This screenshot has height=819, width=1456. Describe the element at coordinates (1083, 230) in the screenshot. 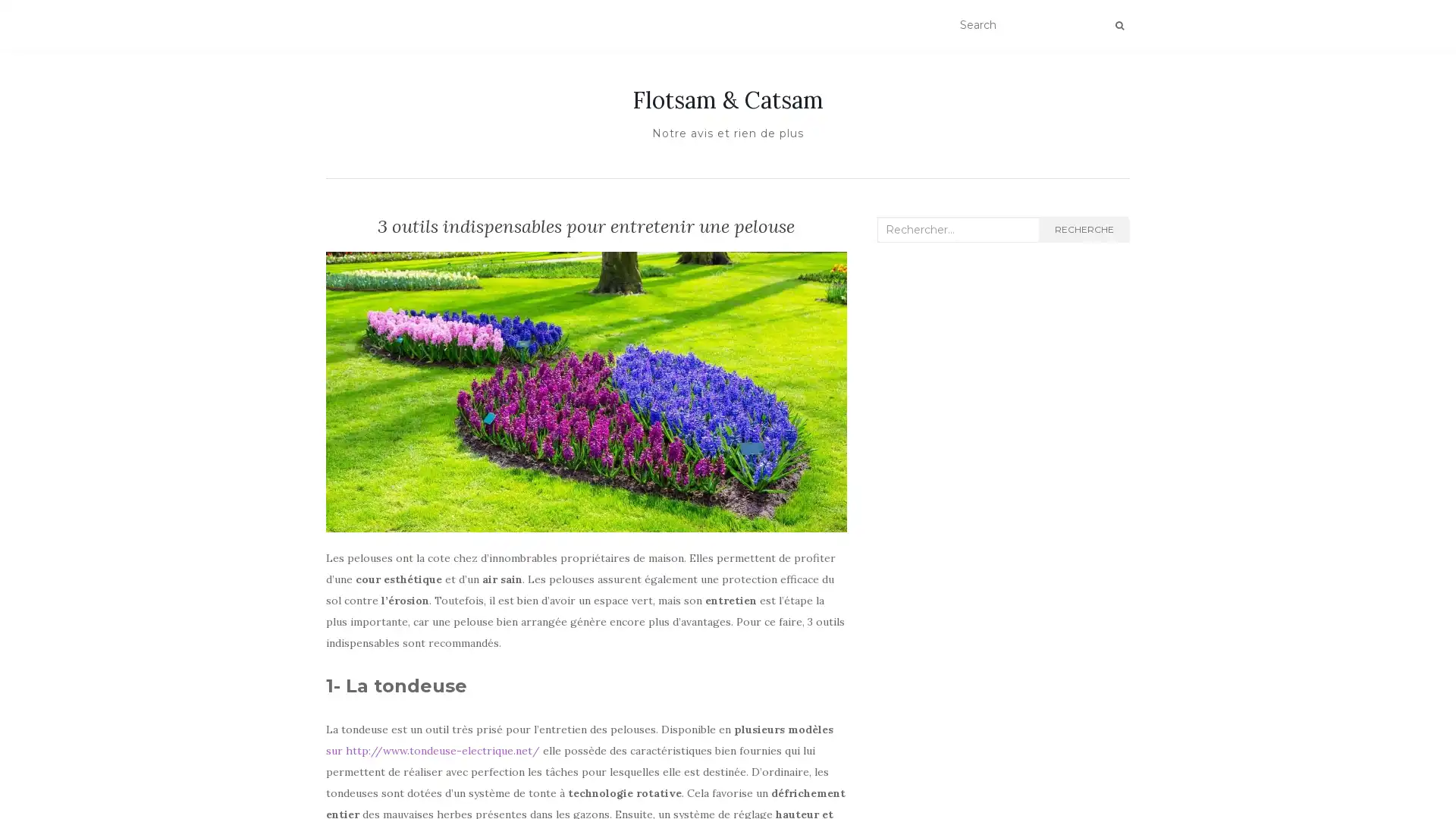

I see `RECHERCHE` at that location.